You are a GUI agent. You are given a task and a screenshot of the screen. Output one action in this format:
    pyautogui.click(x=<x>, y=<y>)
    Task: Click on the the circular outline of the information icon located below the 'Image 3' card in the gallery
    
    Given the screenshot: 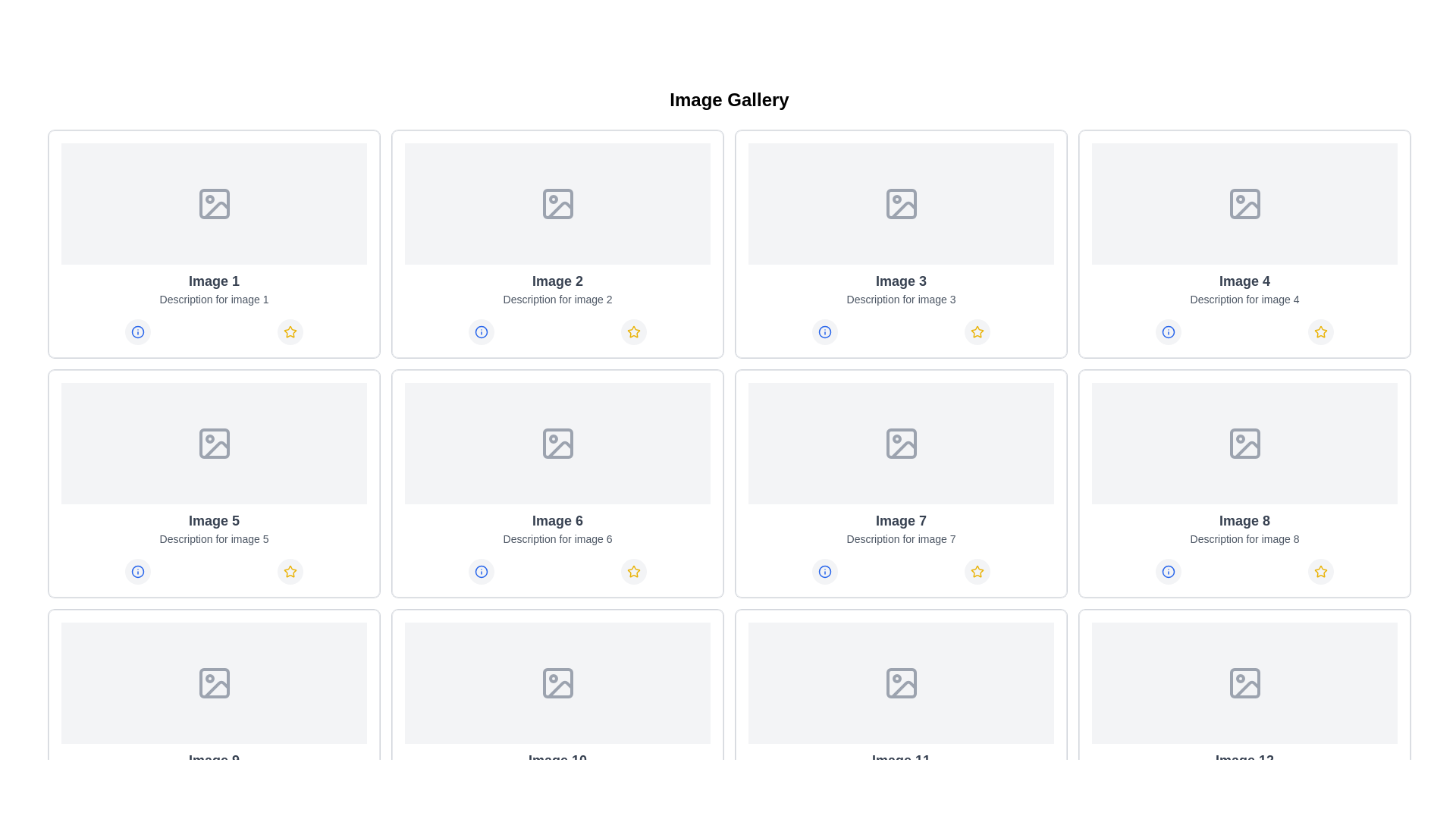 What is the action you would take?
    pyautogui.click(x=824, y=331)
    